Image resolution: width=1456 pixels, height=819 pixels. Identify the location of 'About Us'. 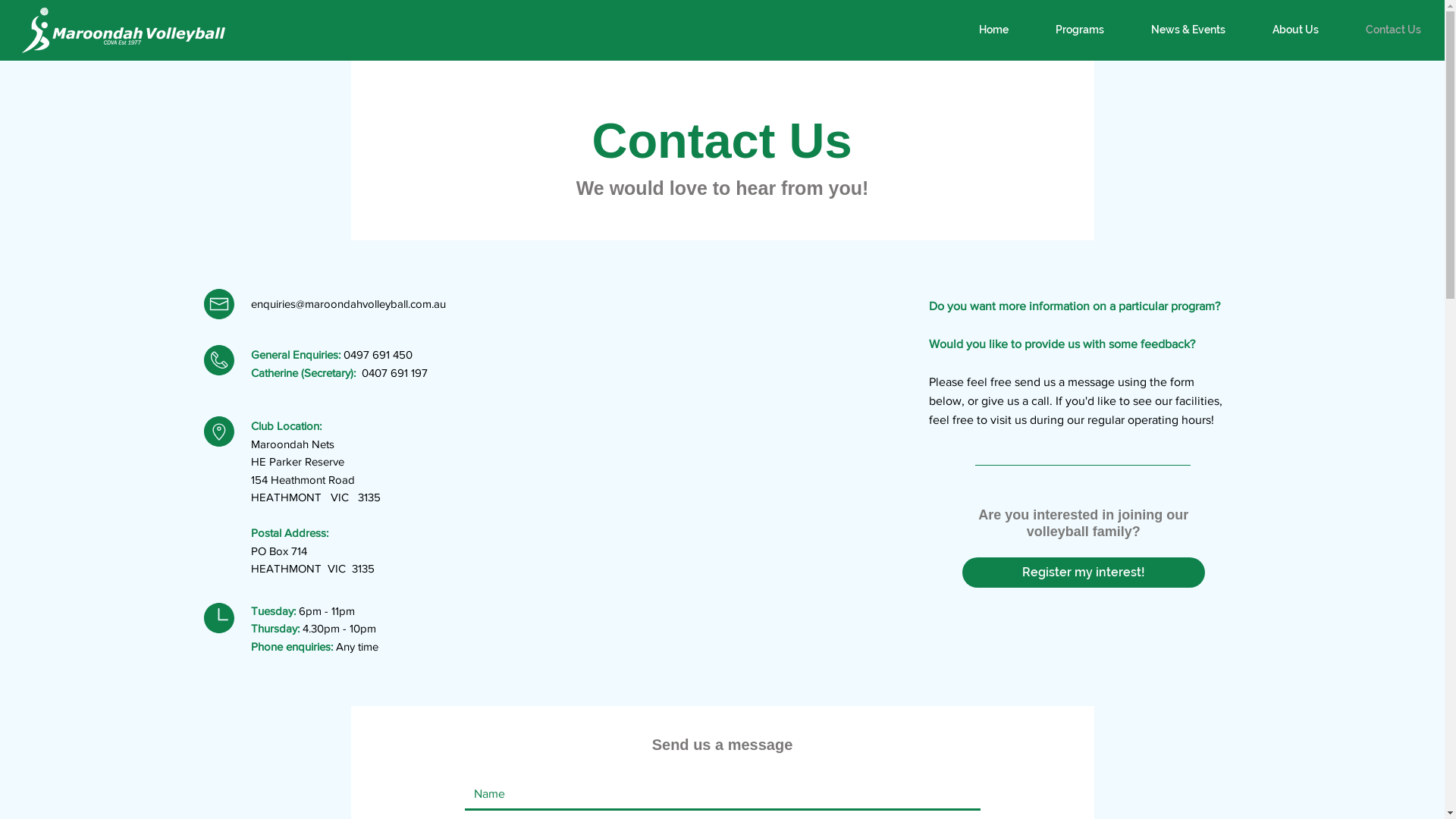
(1294, 30).